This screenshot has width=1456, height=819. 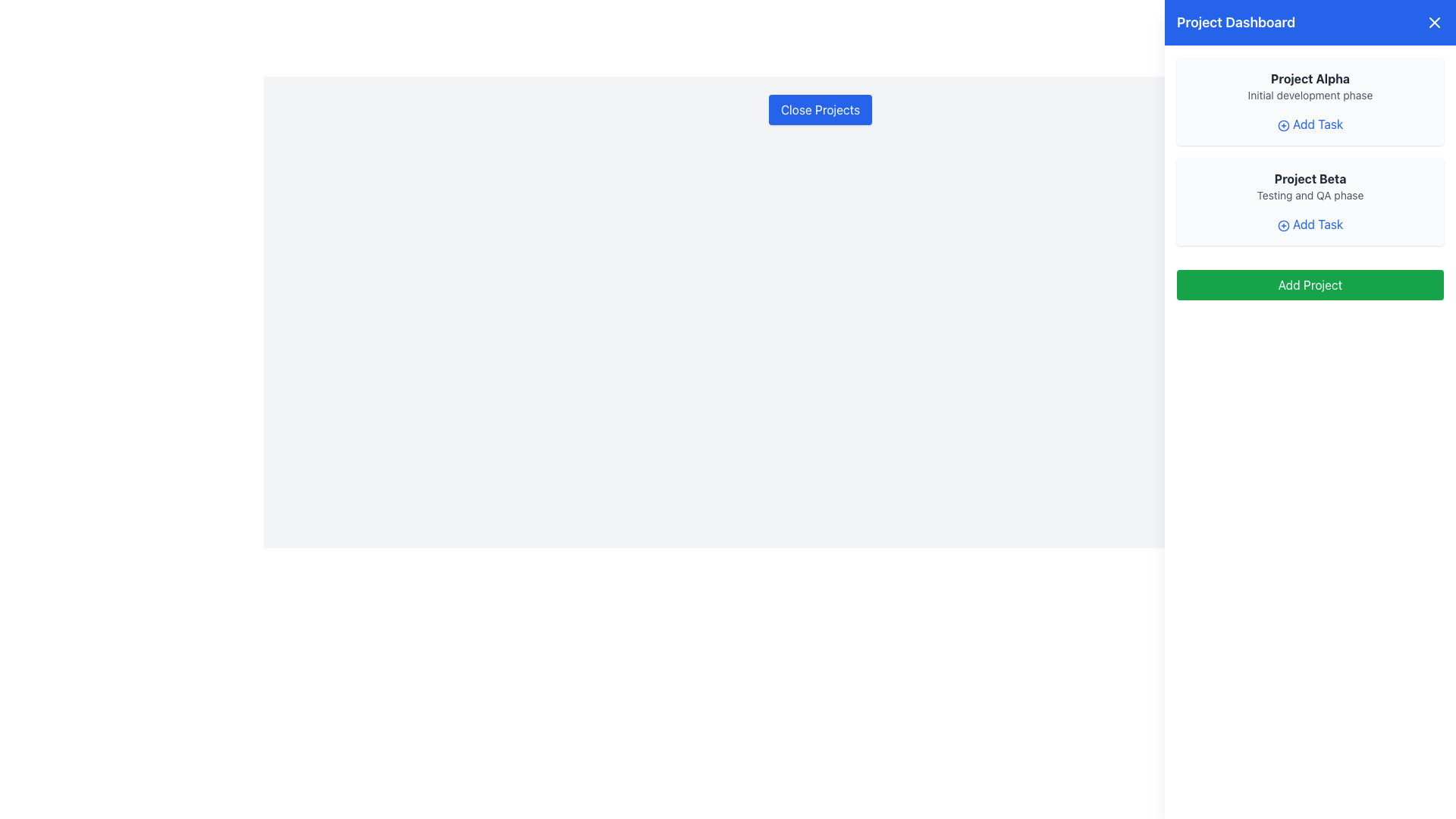 I want to click on the button located at the bottom of the Project Dashboard panel, so click(x=1310, y=284).